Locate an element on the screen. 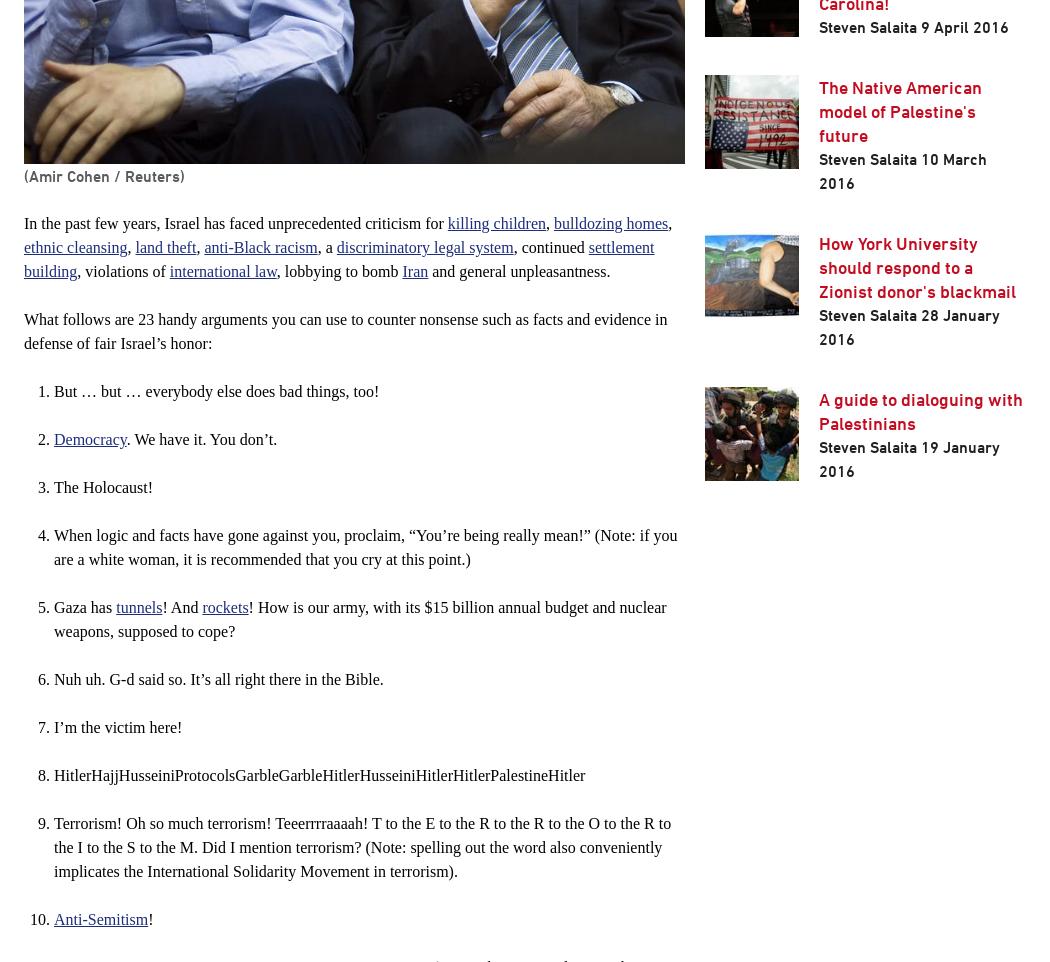 This screenshot has height=962, width=1050. ', violations of' is located at coordinates (121, 271).